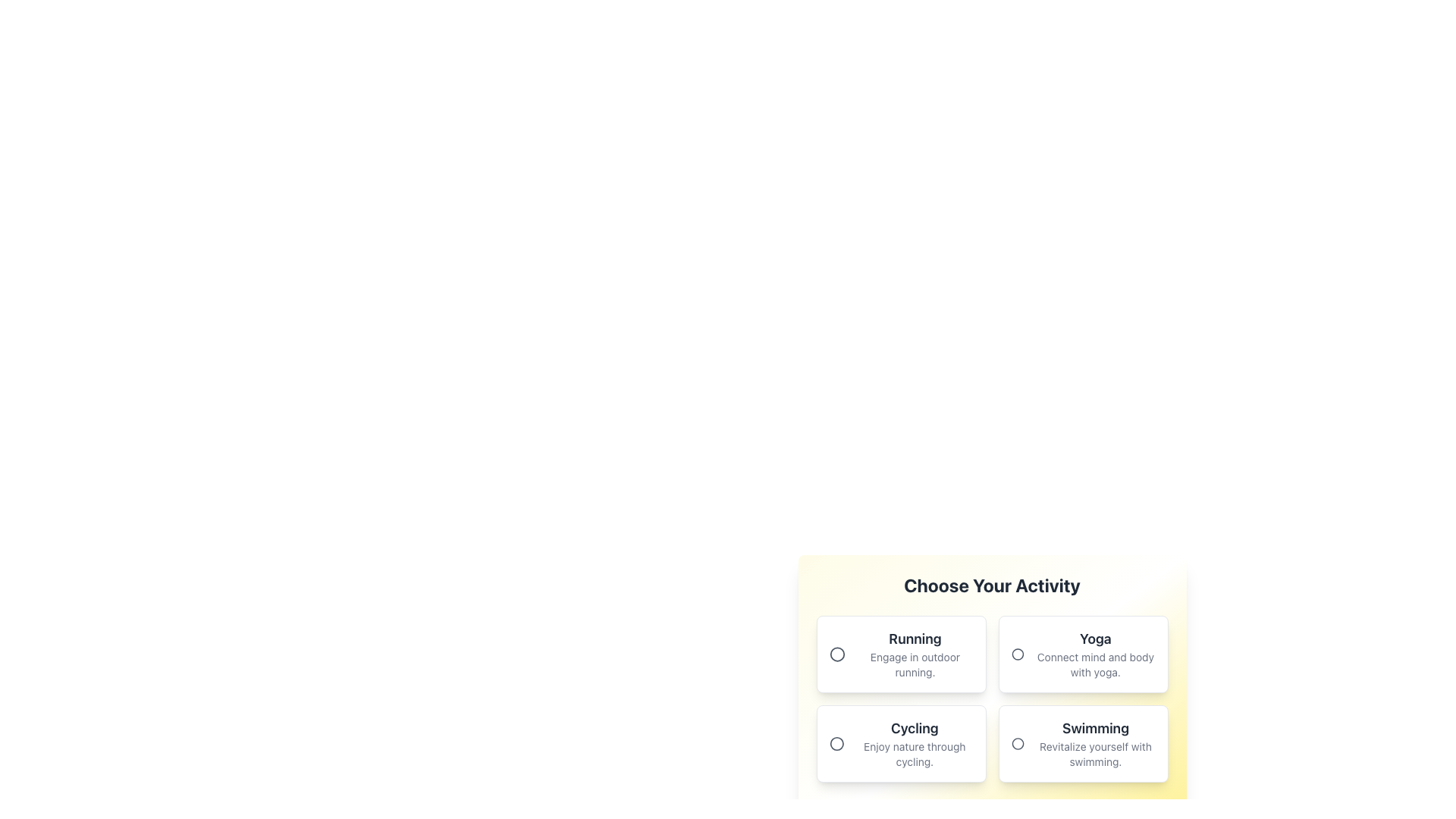 The height and width of the screenshot is (819, 1456). What do you see at coordinates (914, 654) in the screenshot?
I see `text block titled 'Running' with the description 'Engage in outdoor running.' located in the top-left interactive card of the grid layout` at bounding box center [914, 654].